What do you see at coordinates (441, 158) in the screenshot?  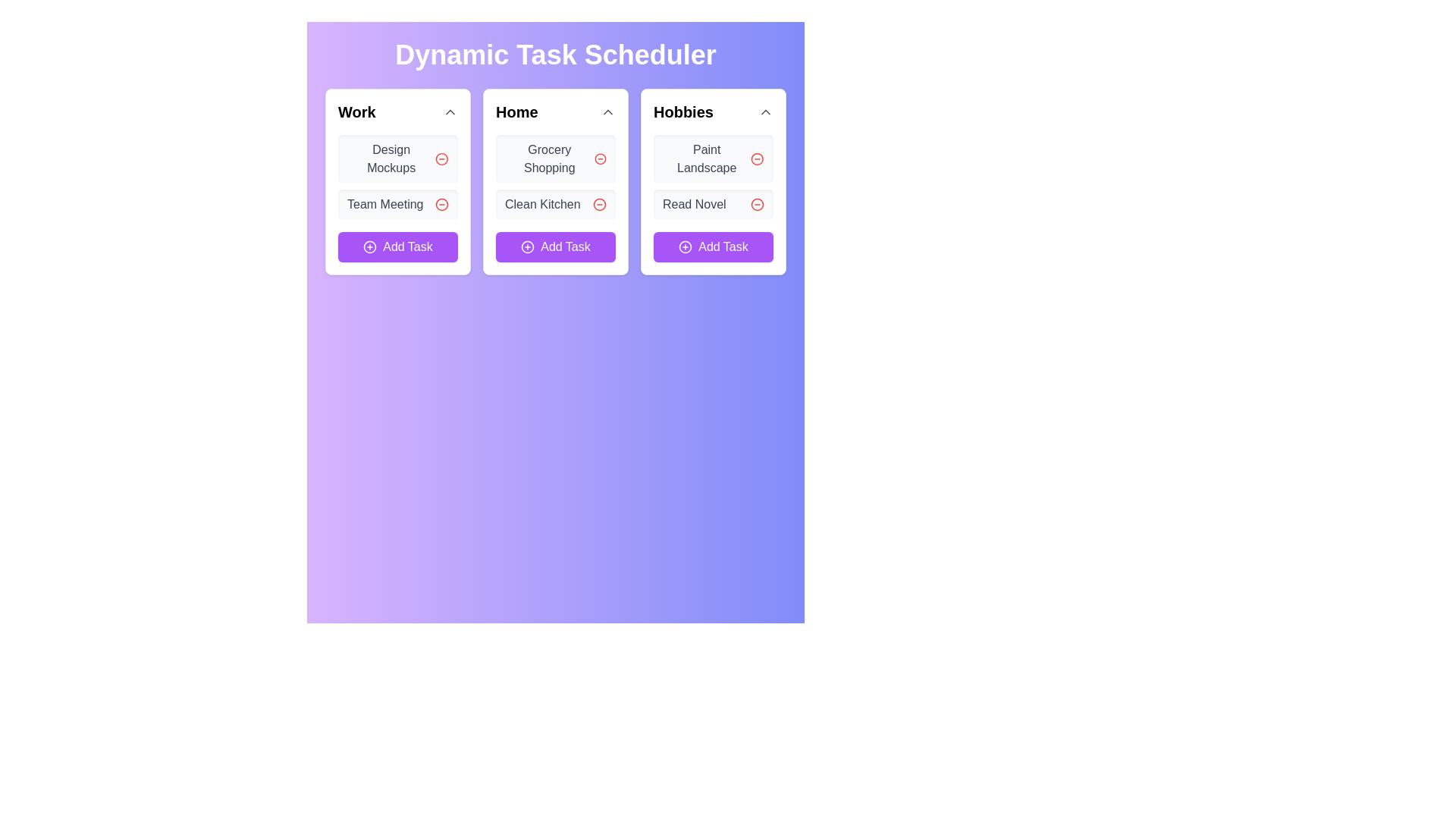 I see `the circular red icon for deleting the associated task located in the top-left card labeled 'Work', next to the text 'Design Mockups'` at bounding box center [441, 158].